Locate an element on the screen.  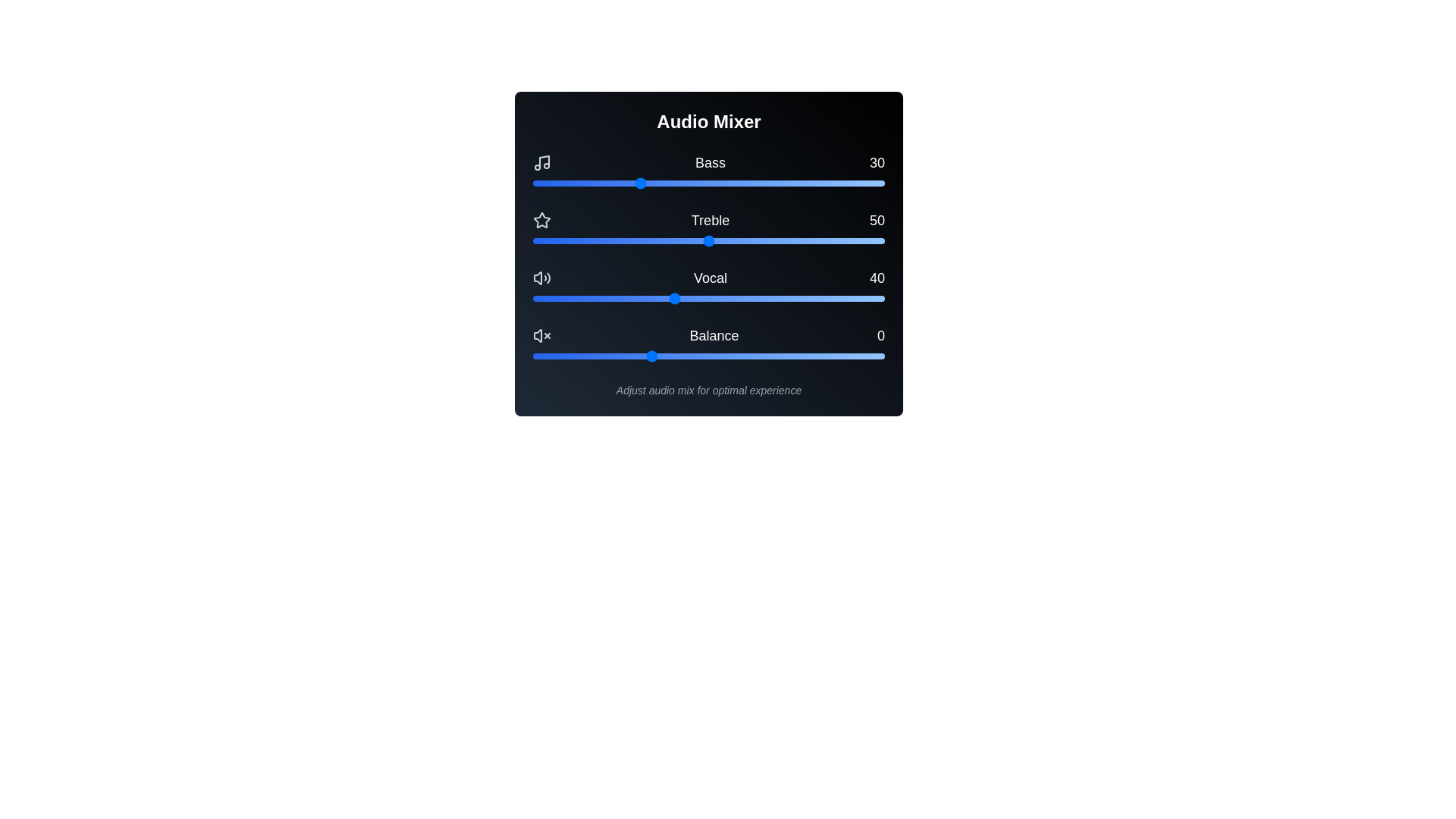
the Vocal slider to set the vocal level to 88 is located at coordinates (842, 298).